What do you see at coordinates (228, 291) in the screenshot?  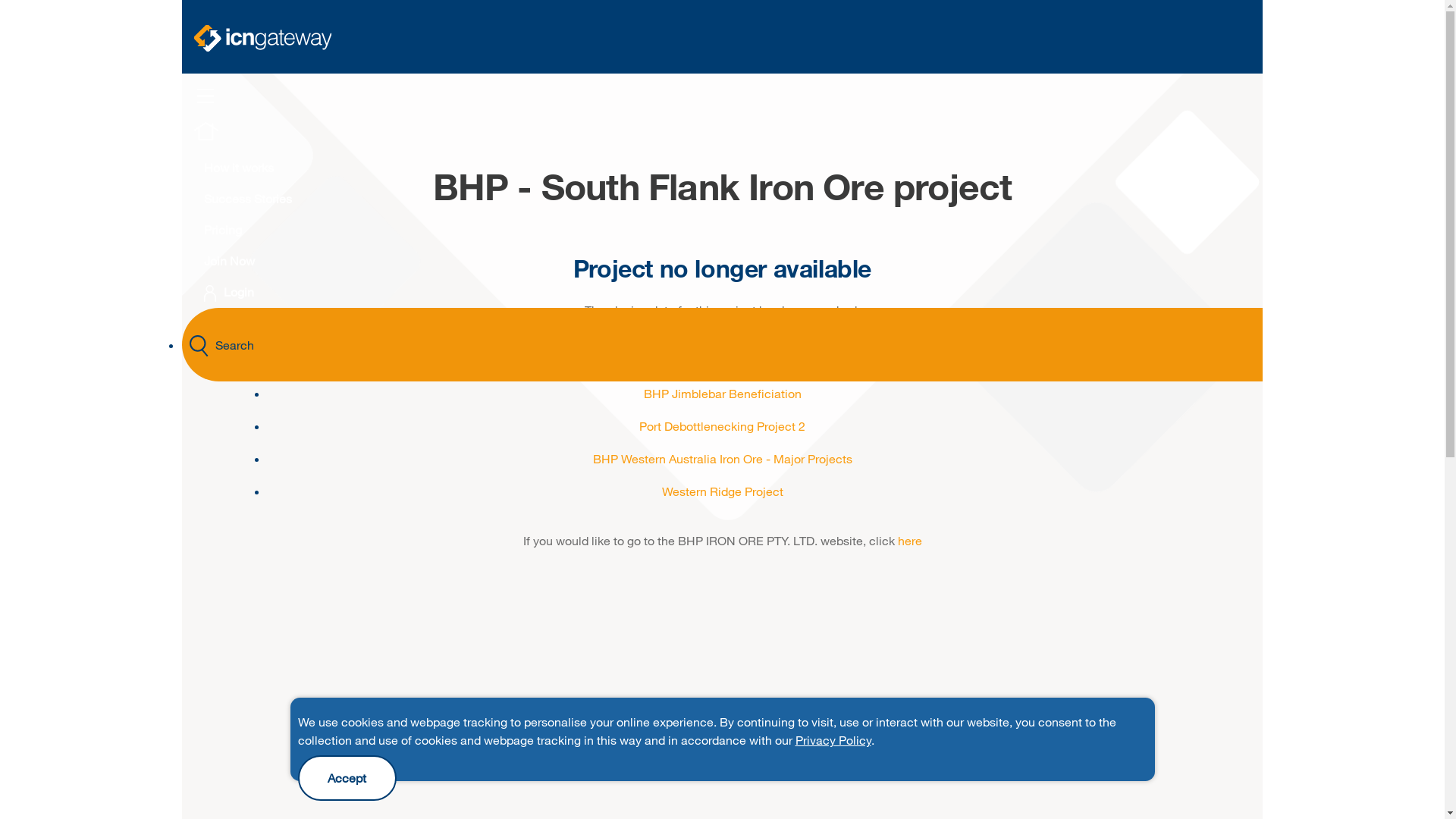 I see `'Login'` at bounding box center [228, 291].